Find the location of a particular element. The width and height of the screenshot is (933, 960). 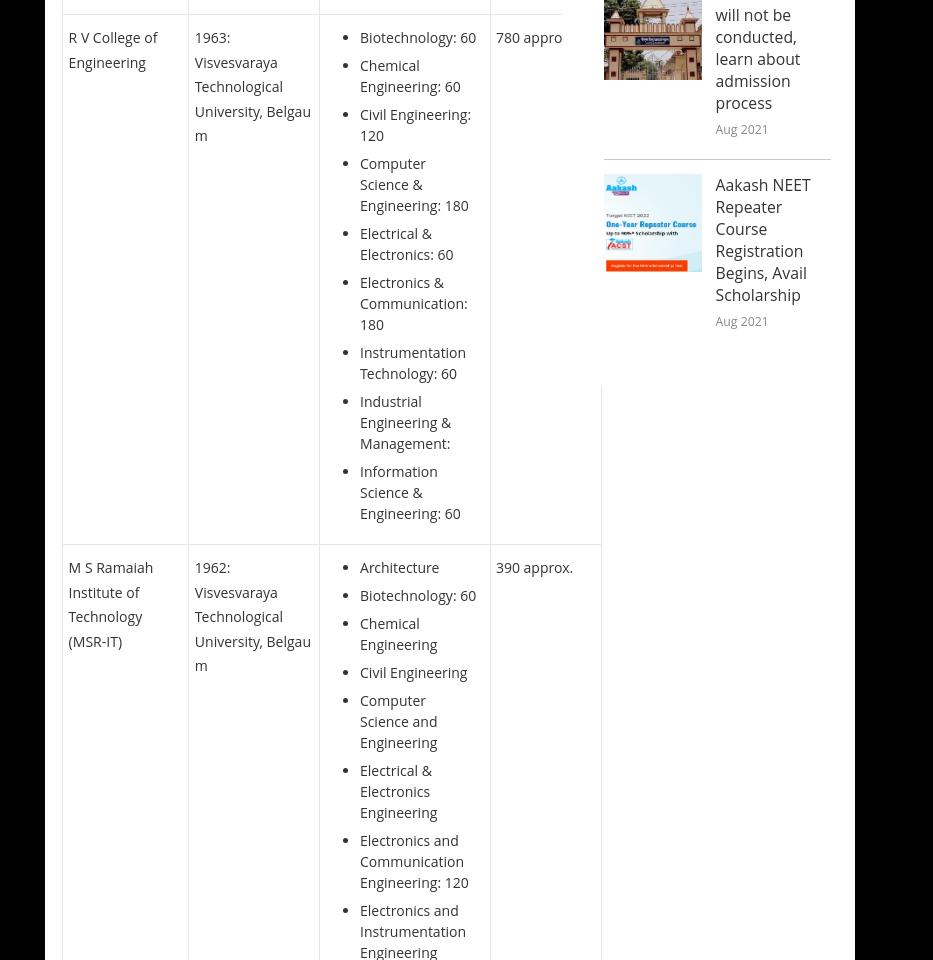

'780 approx.' is located at coordinates (532, 36).